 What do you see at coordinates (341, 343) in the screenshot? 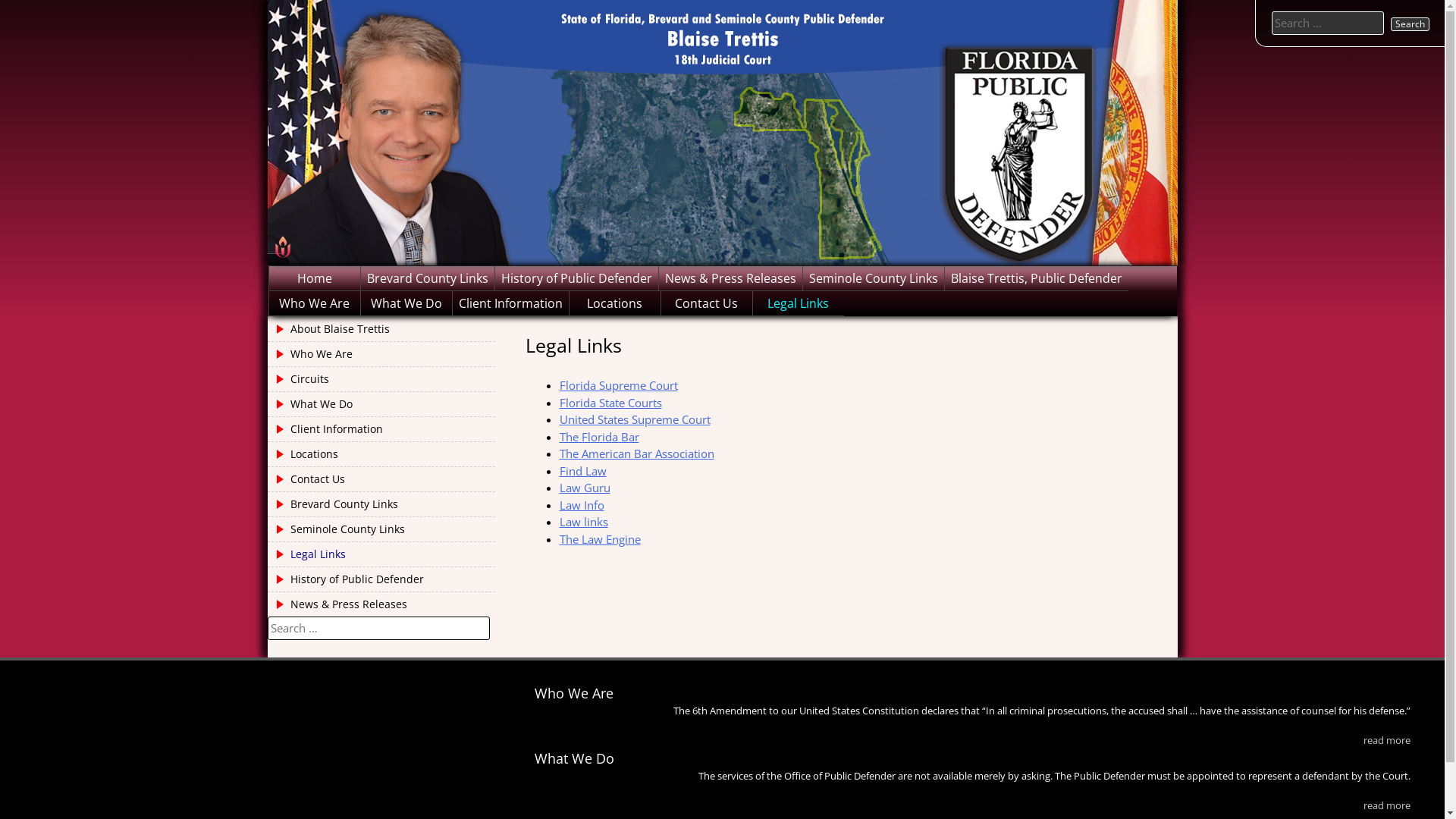
I see `'Brevard and Seminole Public Defender'` at bounding box center [341, 343].